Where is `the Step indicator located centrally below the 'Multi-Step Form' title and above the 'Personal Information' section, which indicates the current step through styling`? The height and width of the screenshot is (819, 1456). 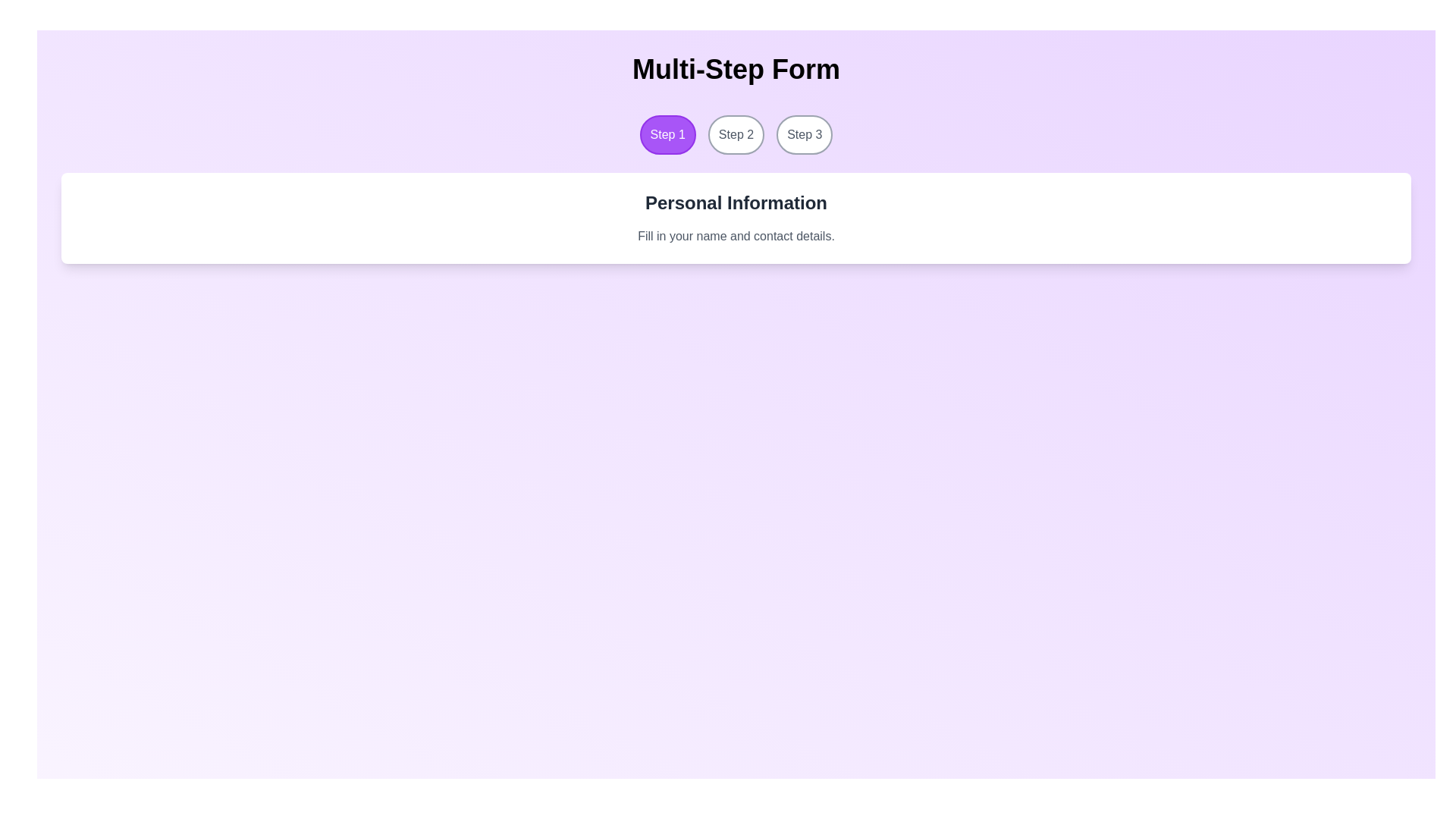 the Step indicator located centrally below the 'Multi-Step Form' title and above the 'Personal Information' section, which indicates the current step through styling is located at coordinates (736, 133).